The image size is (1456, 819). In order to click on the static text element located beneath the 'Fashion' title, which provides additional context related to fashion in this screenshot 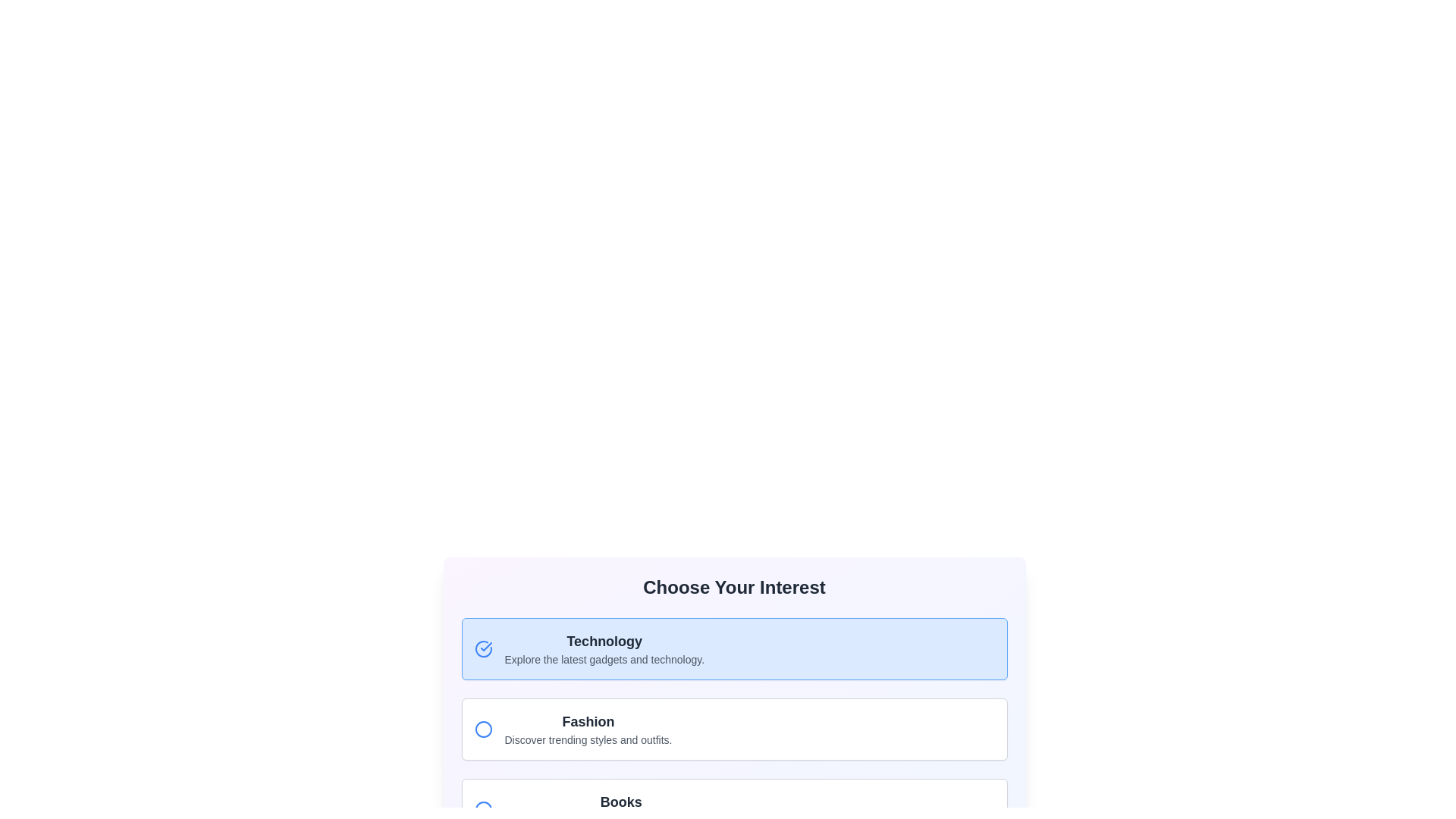, I will do `click(588, 739)`.